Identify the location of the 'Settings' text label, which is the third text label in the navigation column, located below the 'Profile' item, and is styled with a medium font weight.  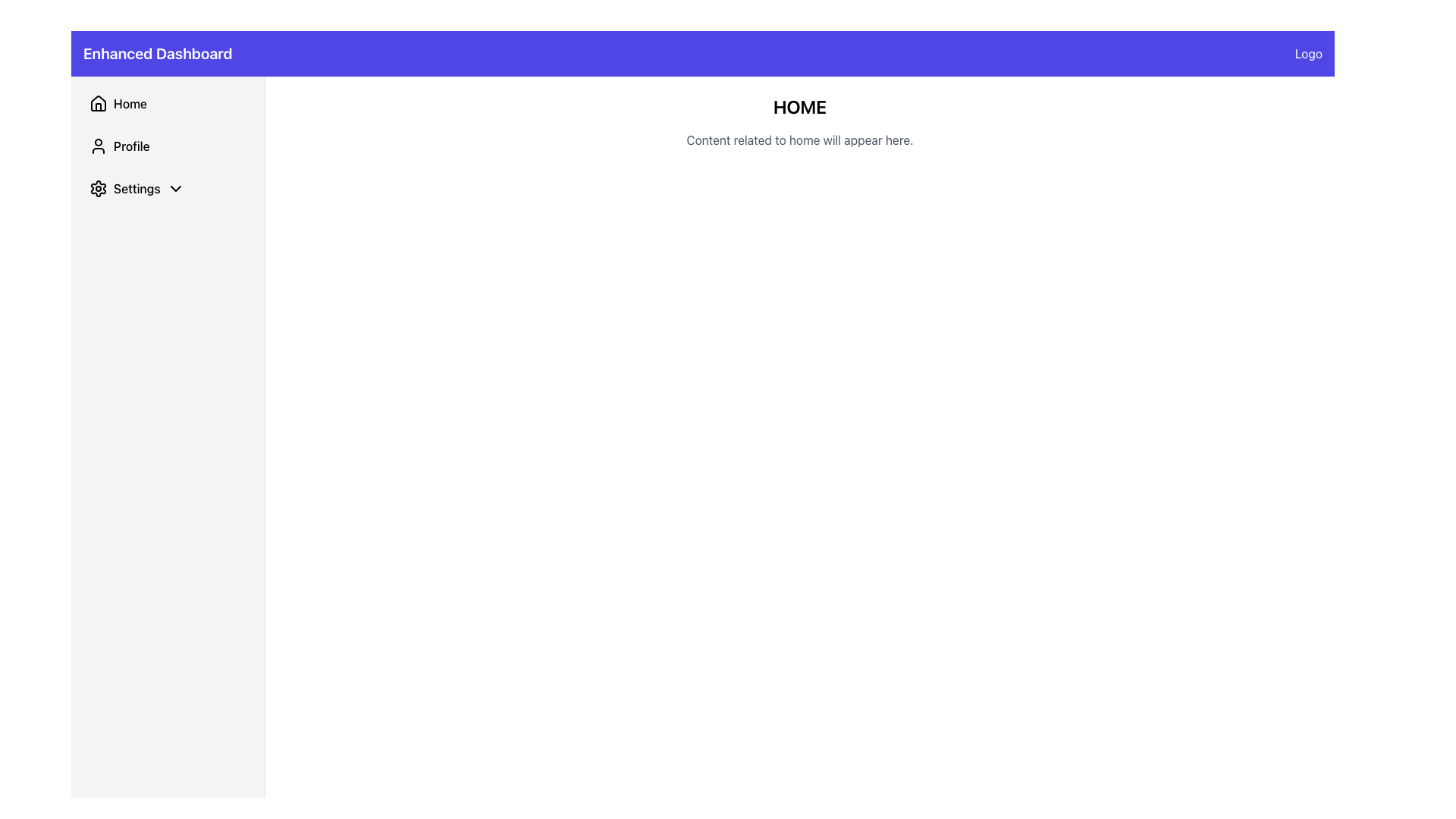
(136, 188).